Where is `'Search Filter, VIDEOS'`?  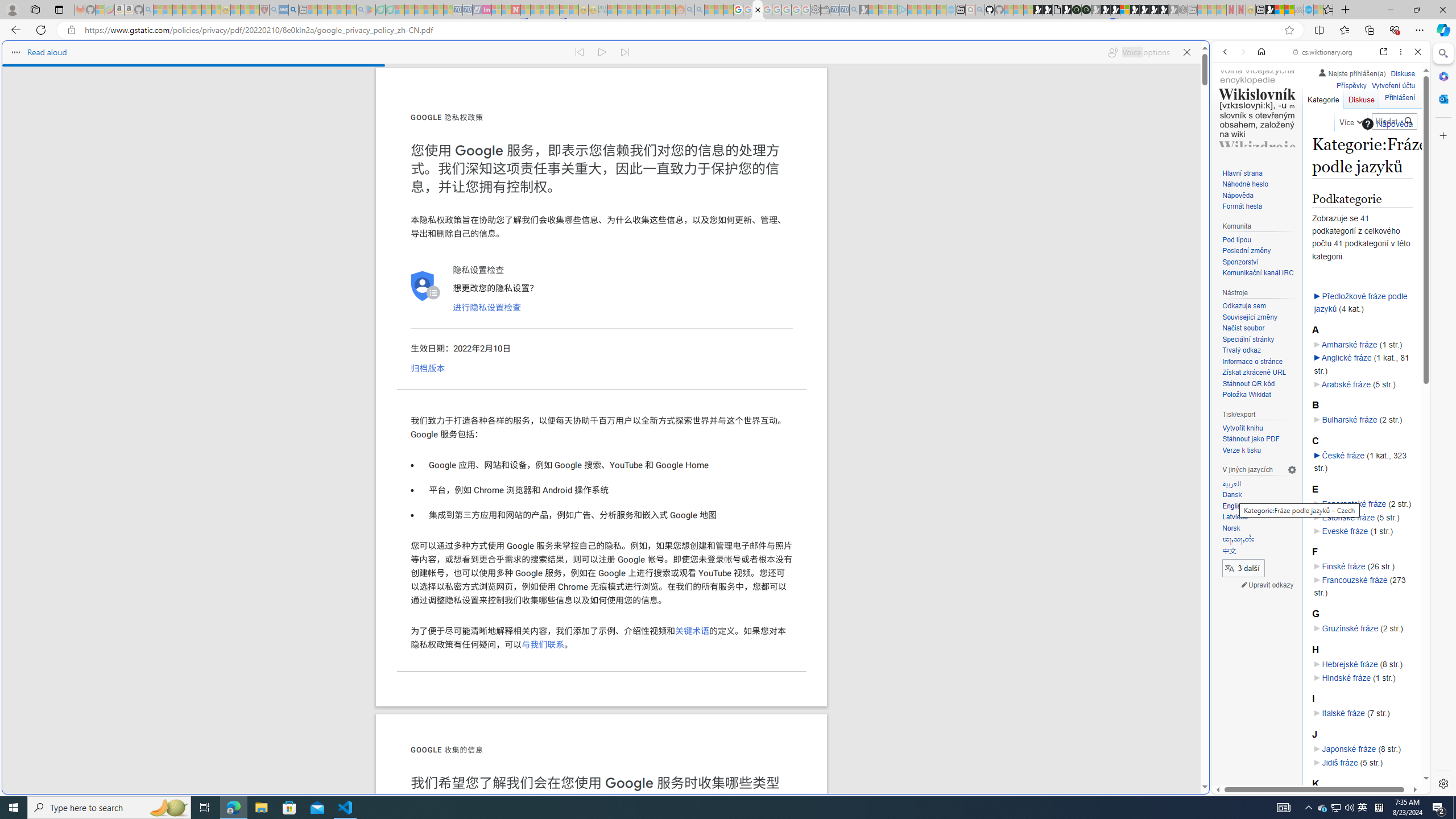 'Search Filter, VIDEOS' is located at coordinates (1300, 129).